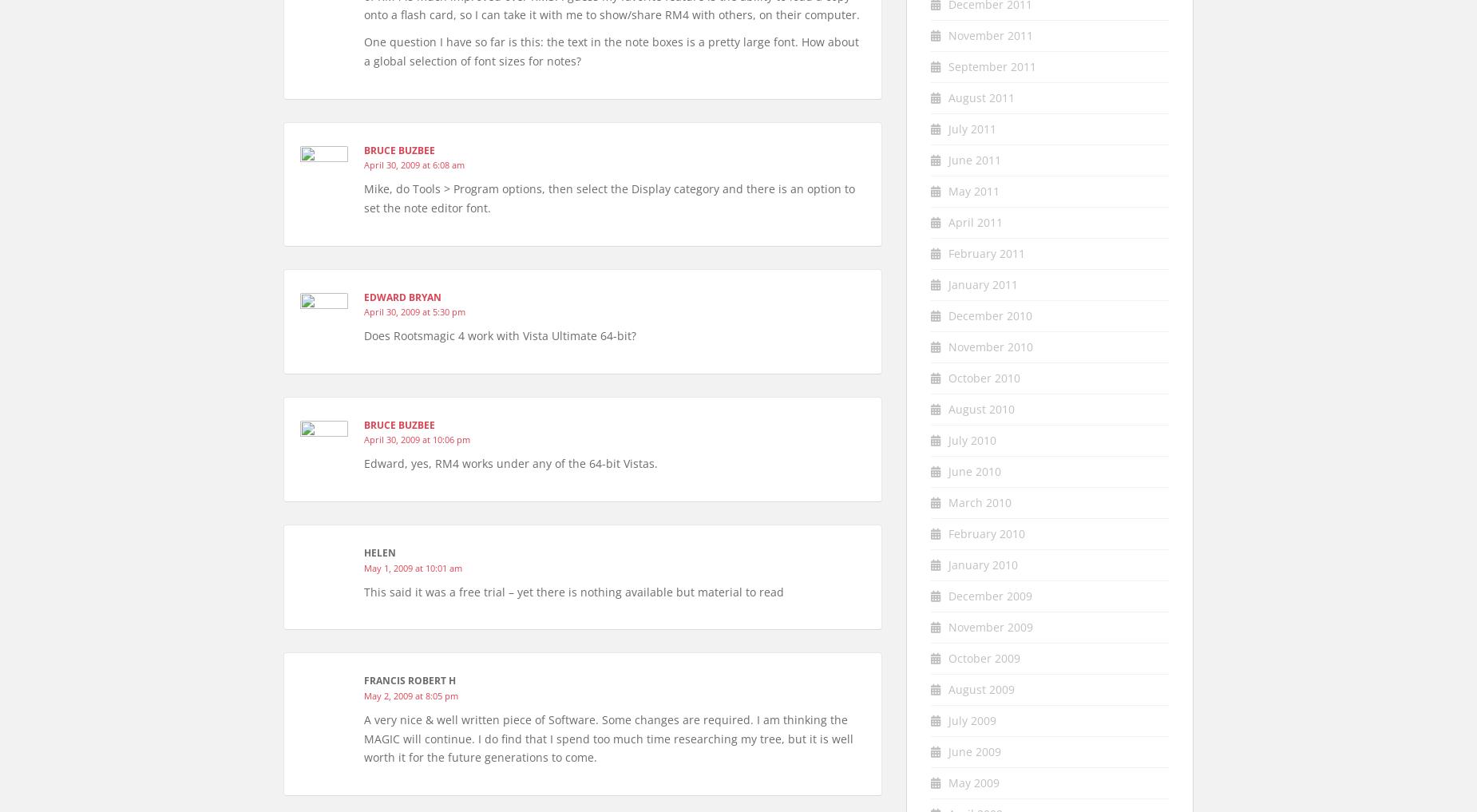 This screenshot has width=1477, height=812. What do you see at coordinates (573, 591) in the screenshot?
I see `'This said it was a free trial – yet there is nothing available but material to read'` at bounding box center [573, 591].